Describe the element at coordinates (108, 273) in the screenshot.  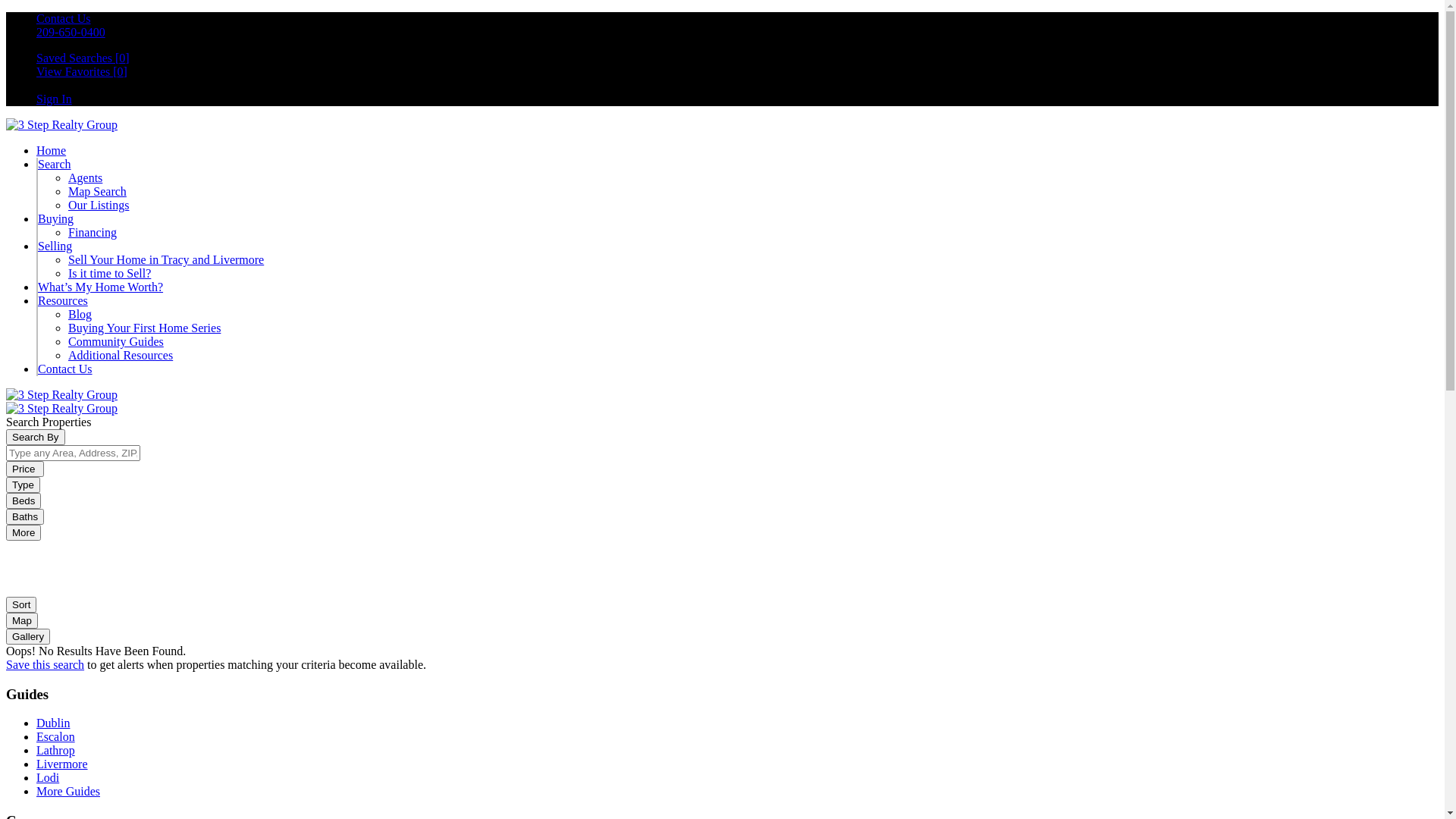
I see `'Is it time to Sell?'` at that location.